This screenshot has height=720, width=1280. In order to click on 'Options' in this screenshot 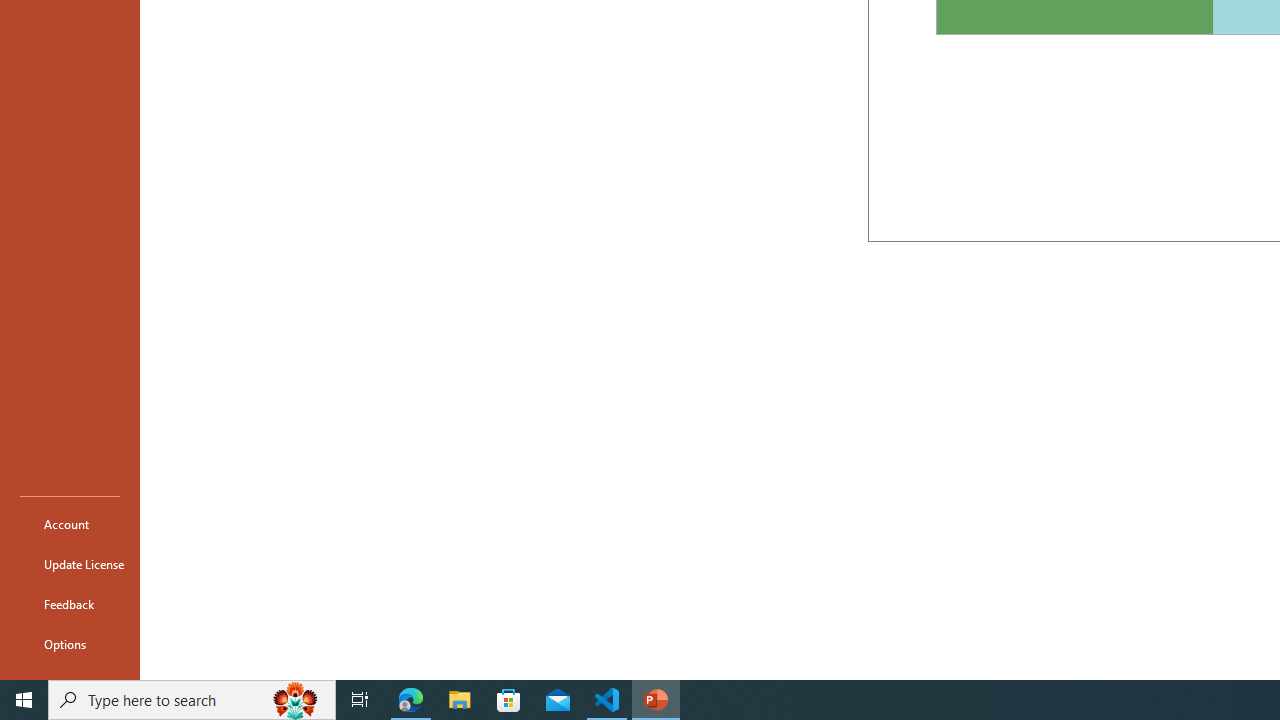, I will do `click(69, 644)`.